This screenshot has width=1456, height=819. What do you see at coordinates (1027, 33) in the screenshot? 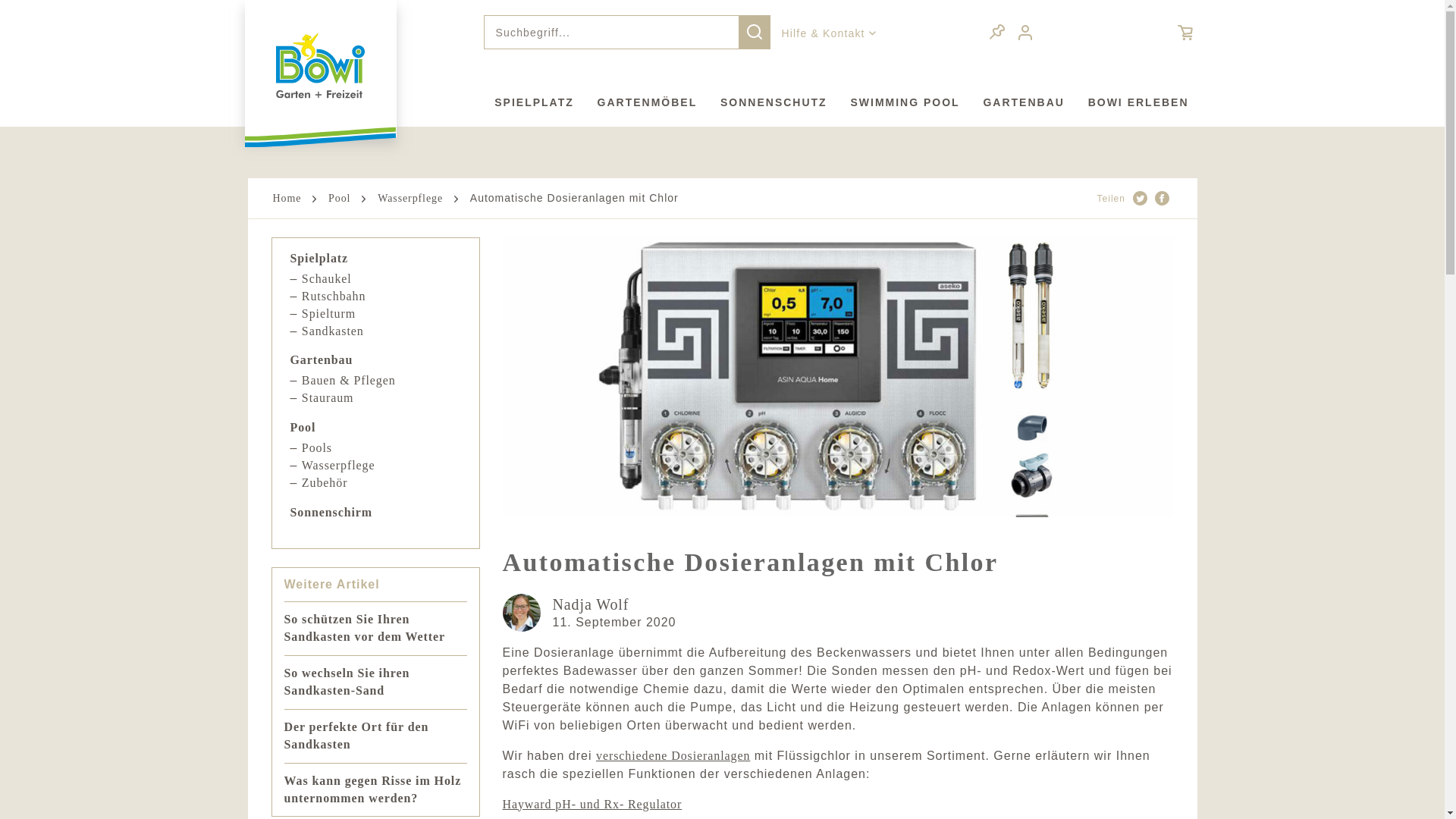
I see `'Mein Konto'` at bounding box center [1027, 33].